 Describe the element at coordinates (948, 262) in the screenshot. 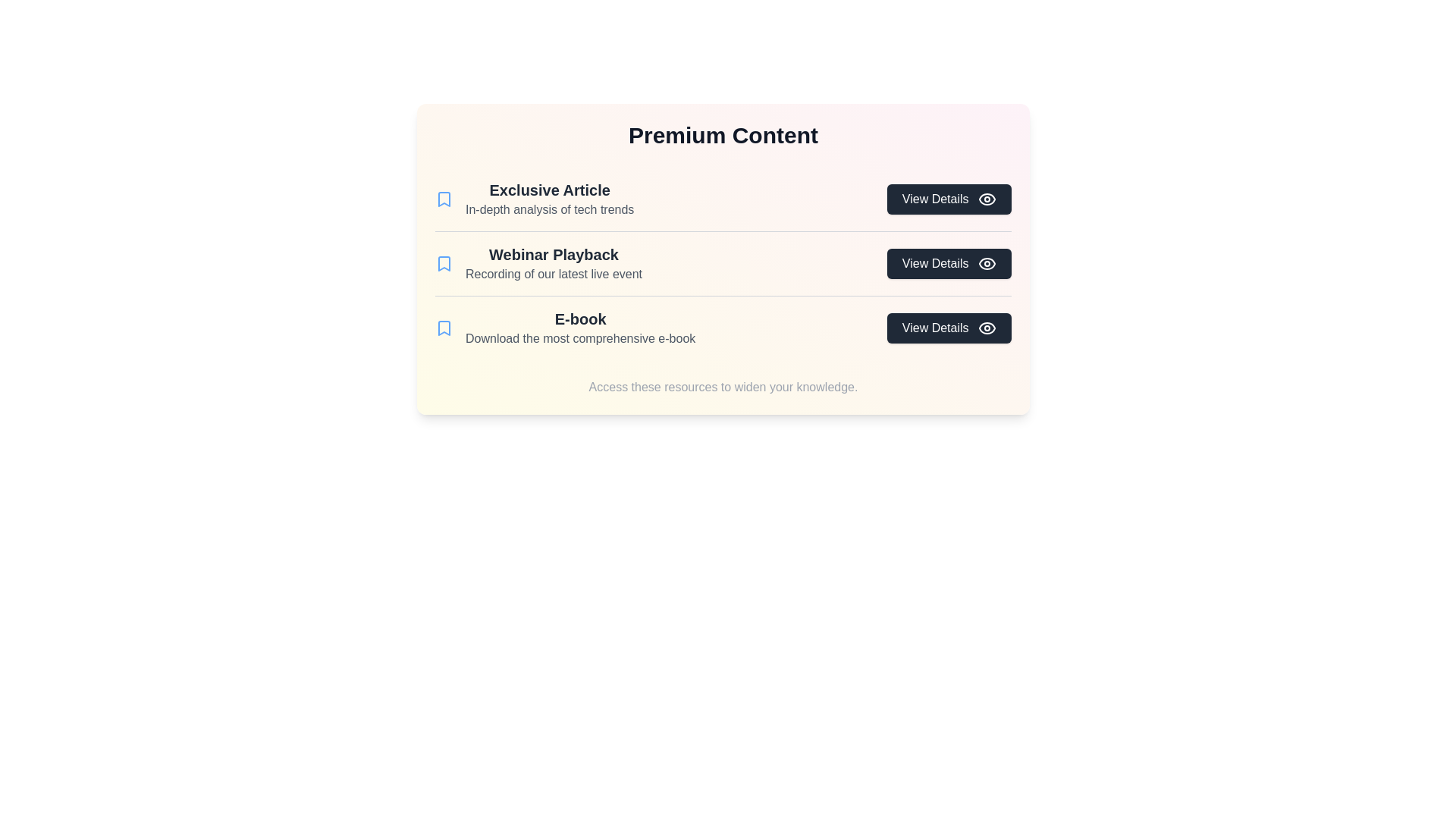

I see `the 'View Details' button for the content item Webinar Playback` at that location.